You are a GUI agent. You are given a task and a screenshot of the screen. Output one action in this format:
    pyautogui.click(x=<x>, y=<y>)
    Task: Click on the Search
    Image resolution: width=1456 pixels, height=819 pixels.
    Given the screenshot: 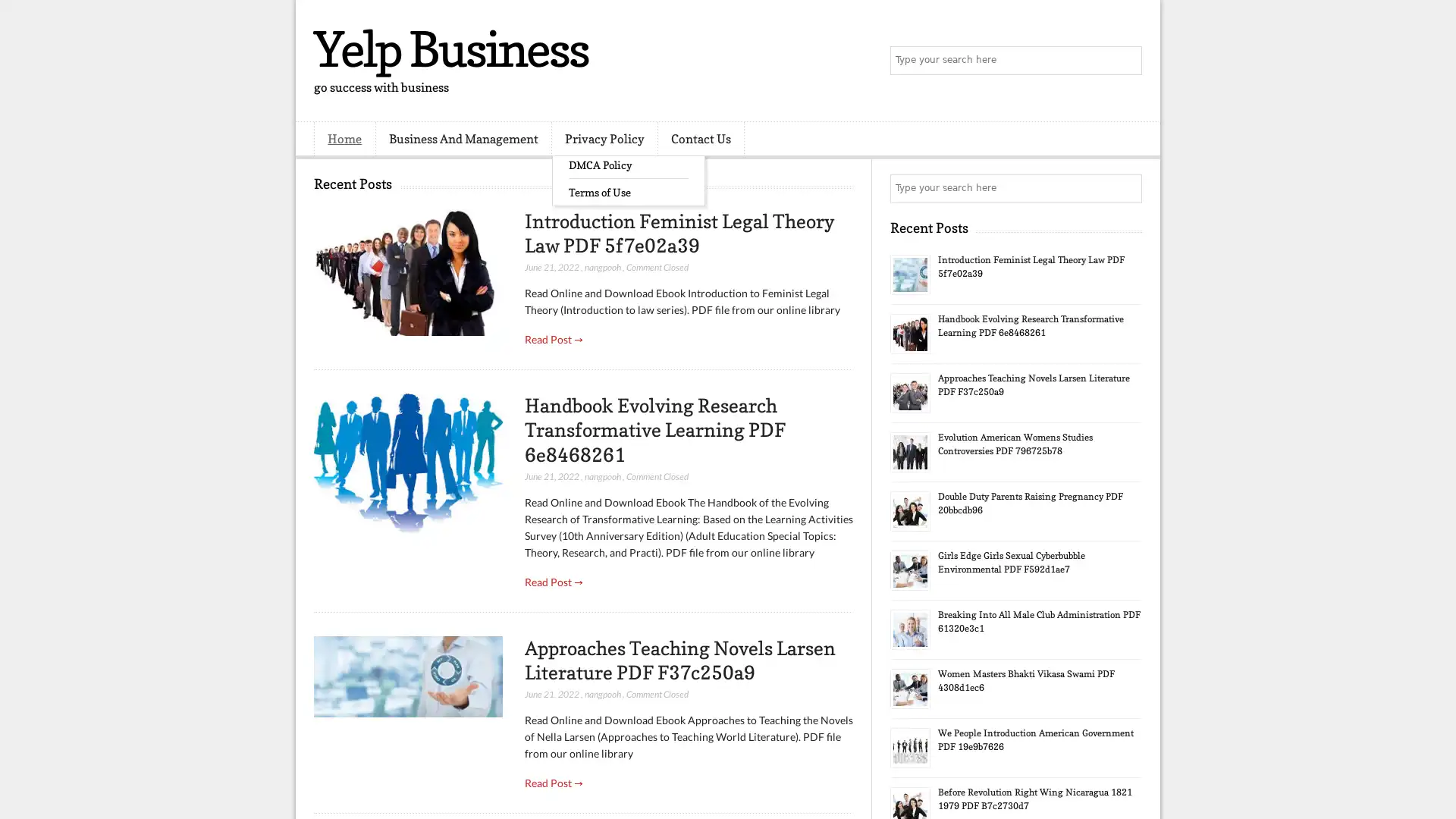 What is the action you would take?
    pyautogui.click(x=1126, y=188)
    